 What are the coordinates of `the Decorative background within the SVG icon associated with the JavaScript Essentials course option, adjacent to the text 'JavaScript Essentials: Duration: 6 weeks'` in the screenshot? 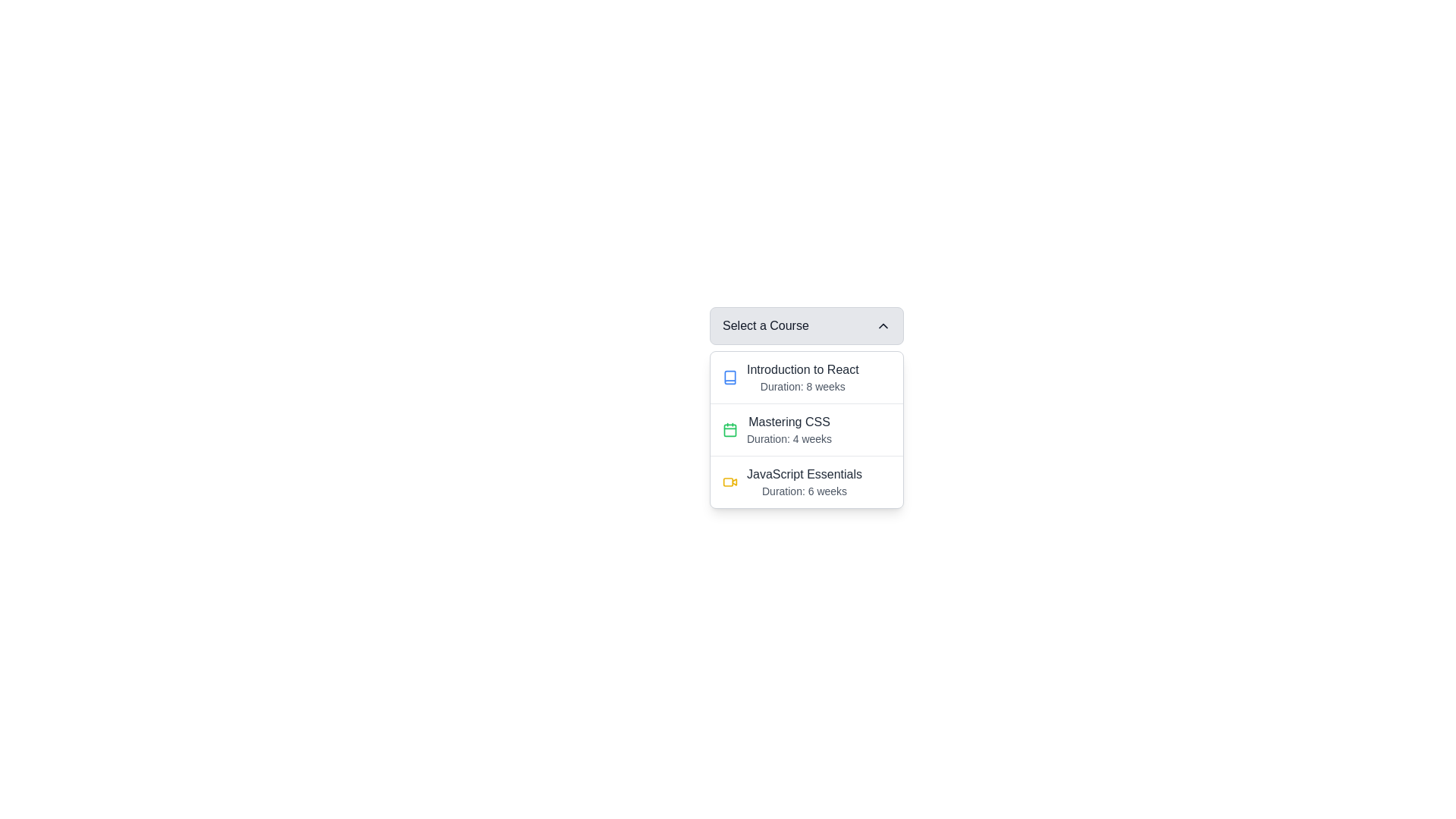 It's located at (728, 482).